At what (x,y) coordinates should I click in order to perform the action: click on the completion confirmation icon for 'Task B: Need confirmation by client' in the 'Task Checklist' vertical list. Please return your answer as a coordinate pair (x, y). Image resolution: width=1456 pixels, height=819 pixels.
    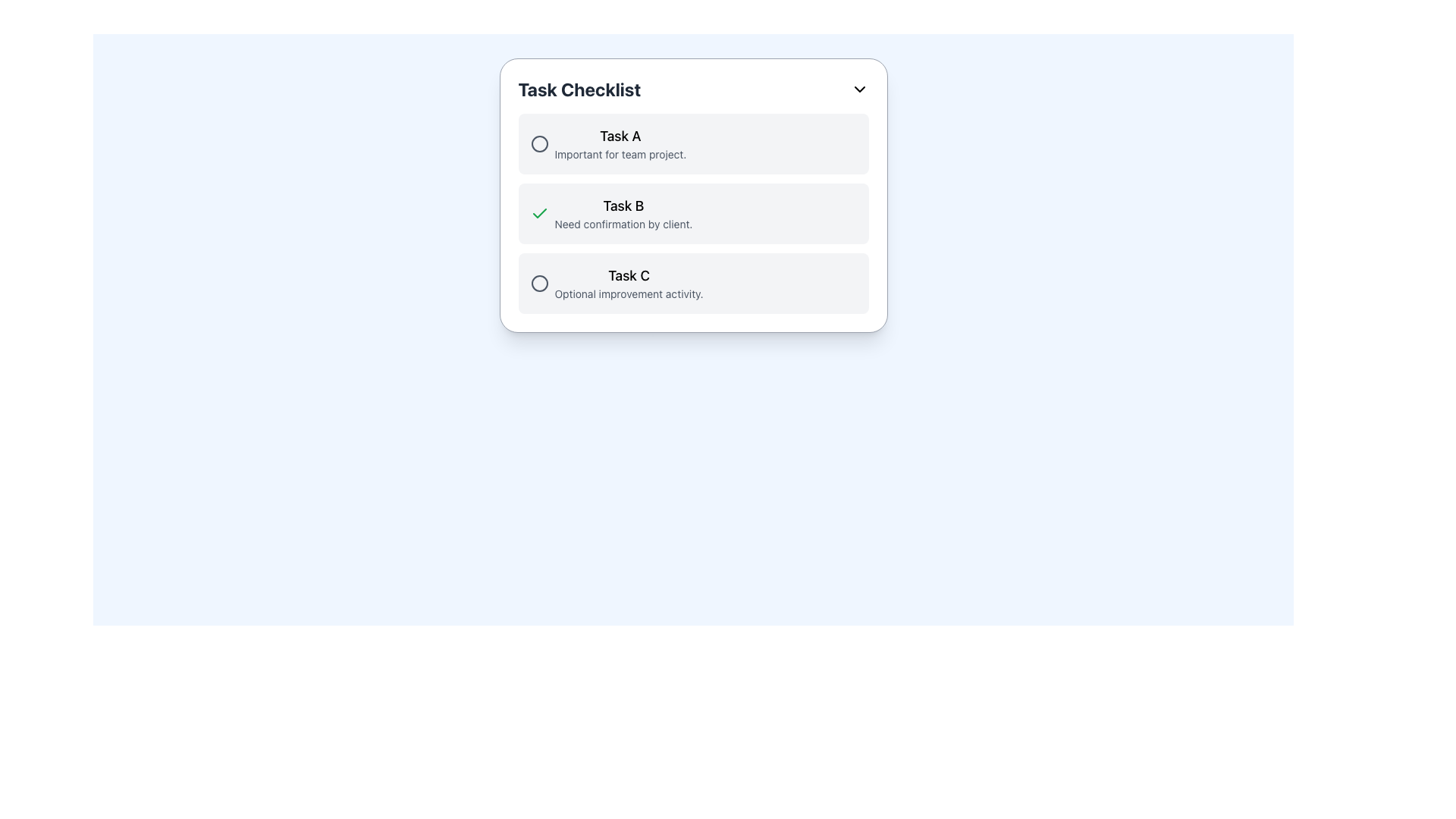
    Looking at the image, I should click on (539, 213).